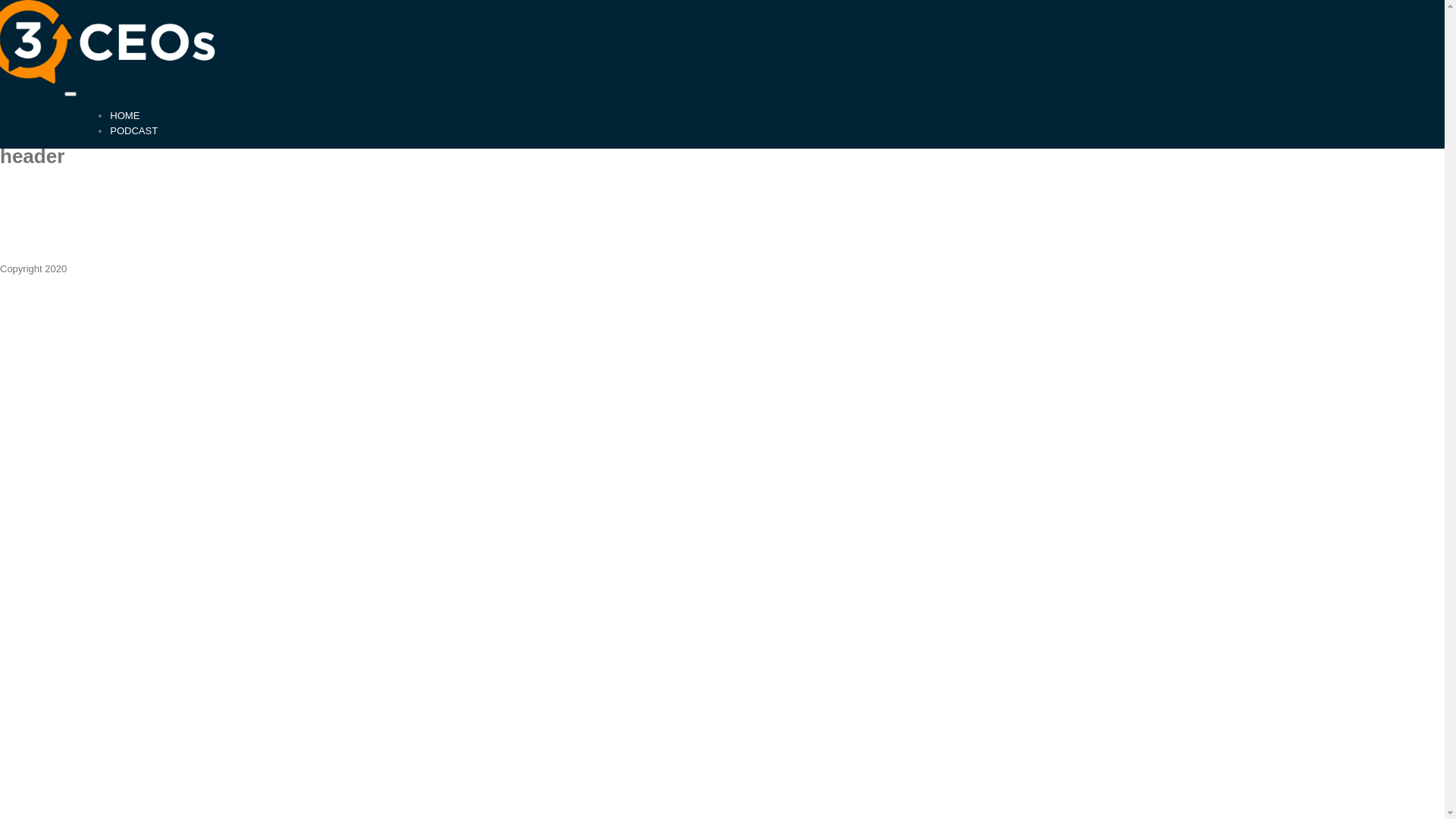 This screenshot has height=819, width=1456. What do you see at coordinates (69, 93) in the screenshot?
I see `'Toggle Navigation'` at bounding box center [69, 93].